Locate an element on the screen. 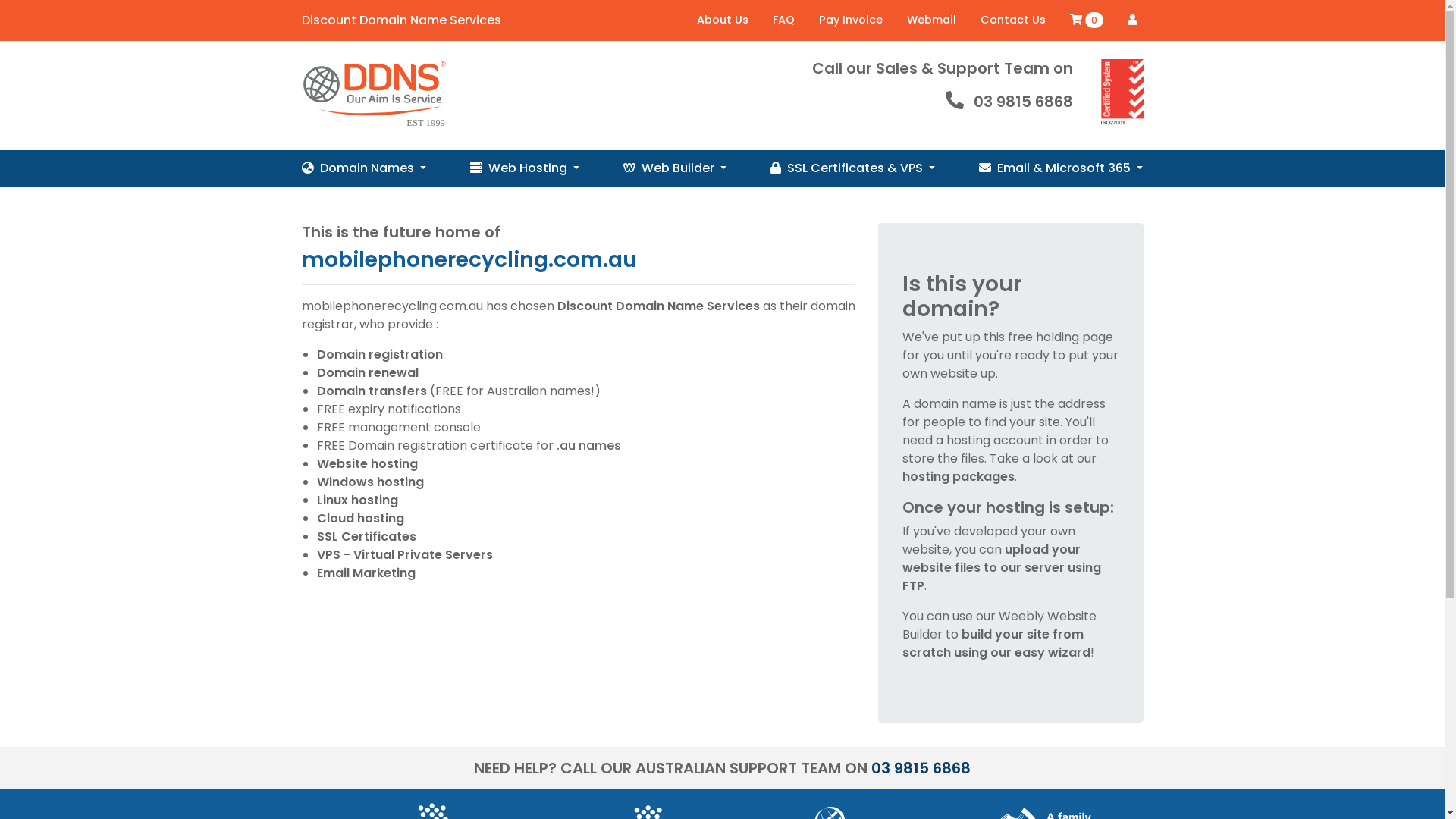  'Cloud hosting' is located at coordinates (359, 517).